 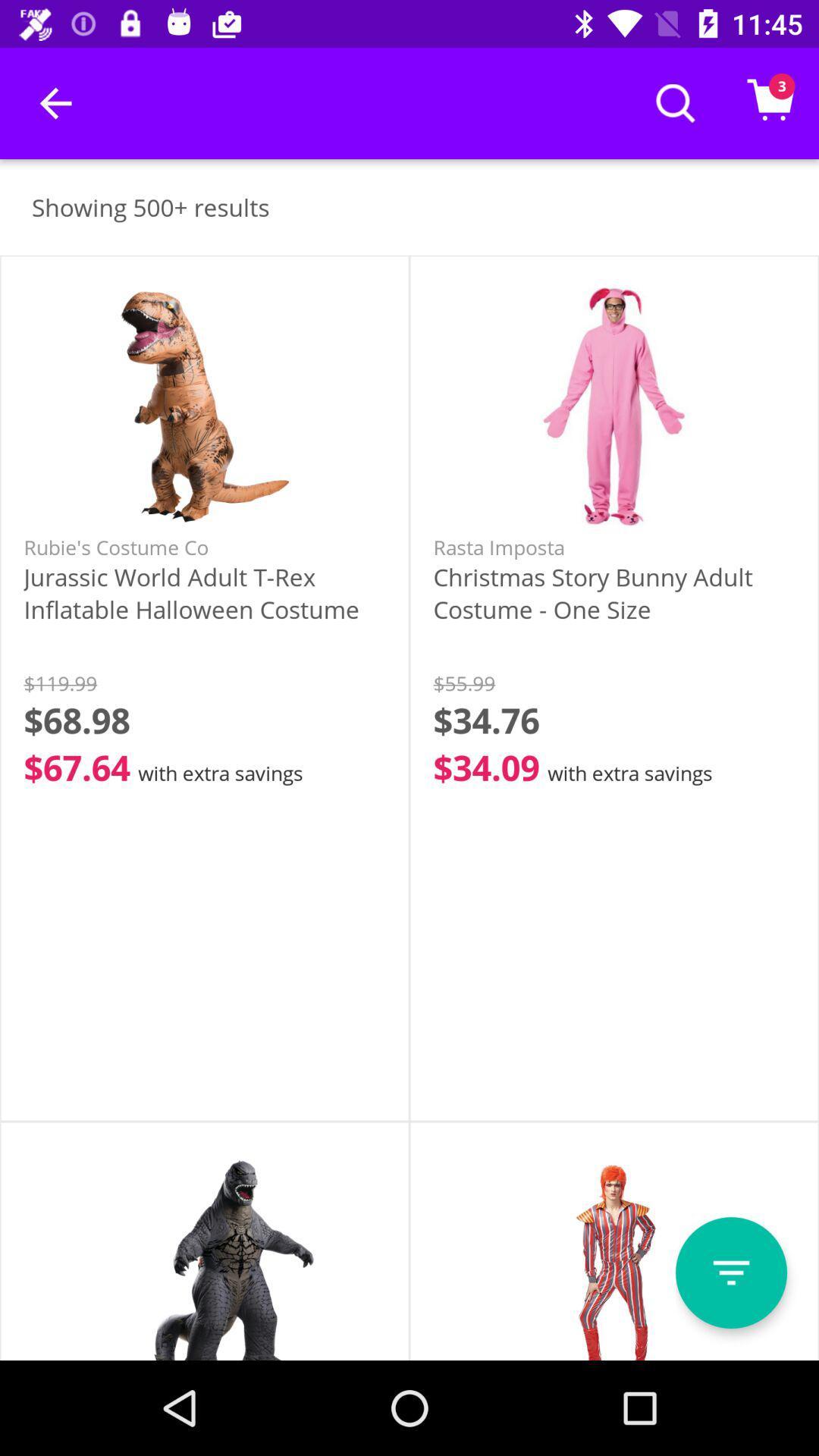 I want to click on item below with extra savings icon, so click(x=730, y=1272).